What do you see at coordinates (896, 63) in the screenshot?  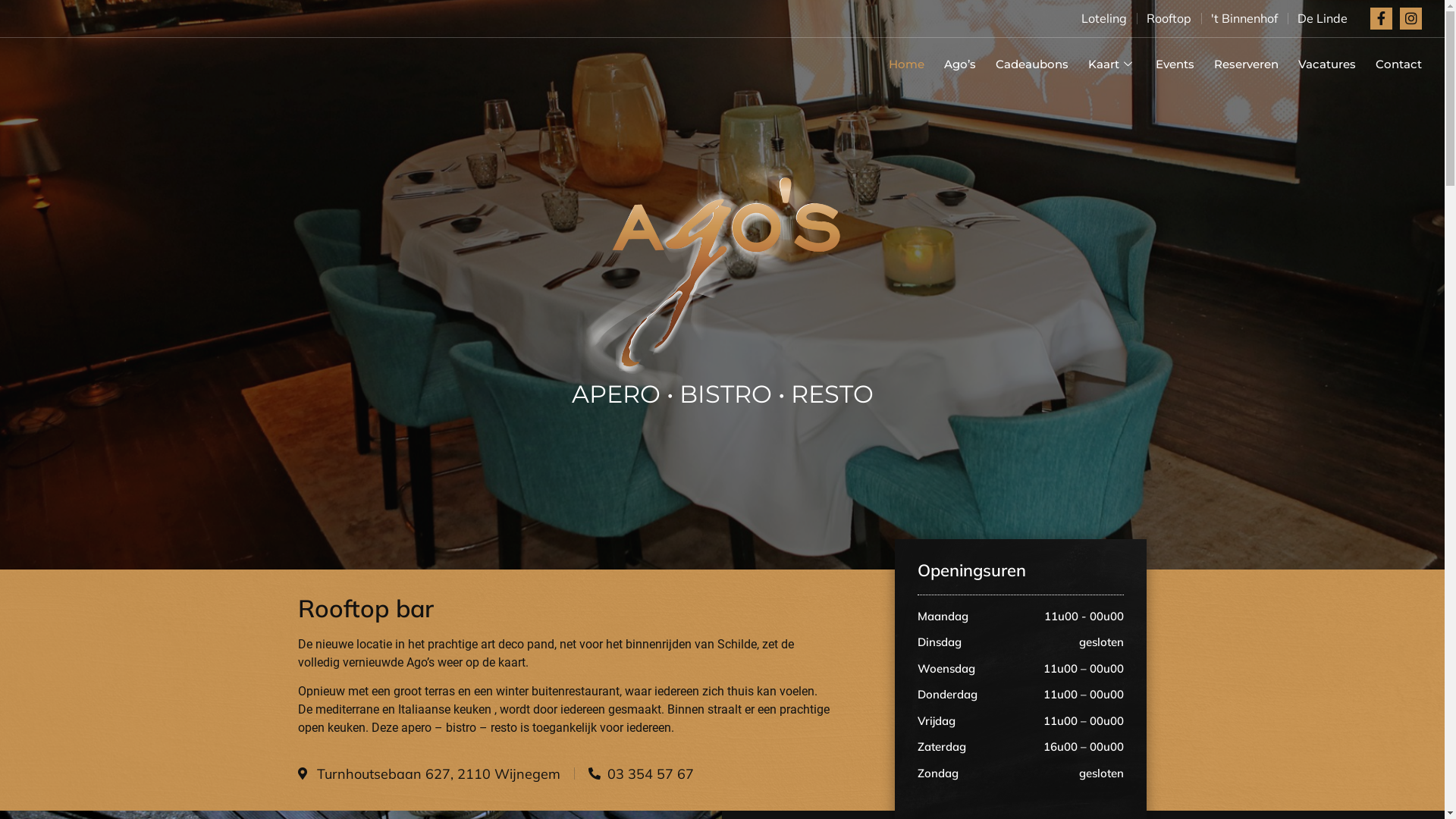 I see `'Home'` at bounding box center [896, 63].